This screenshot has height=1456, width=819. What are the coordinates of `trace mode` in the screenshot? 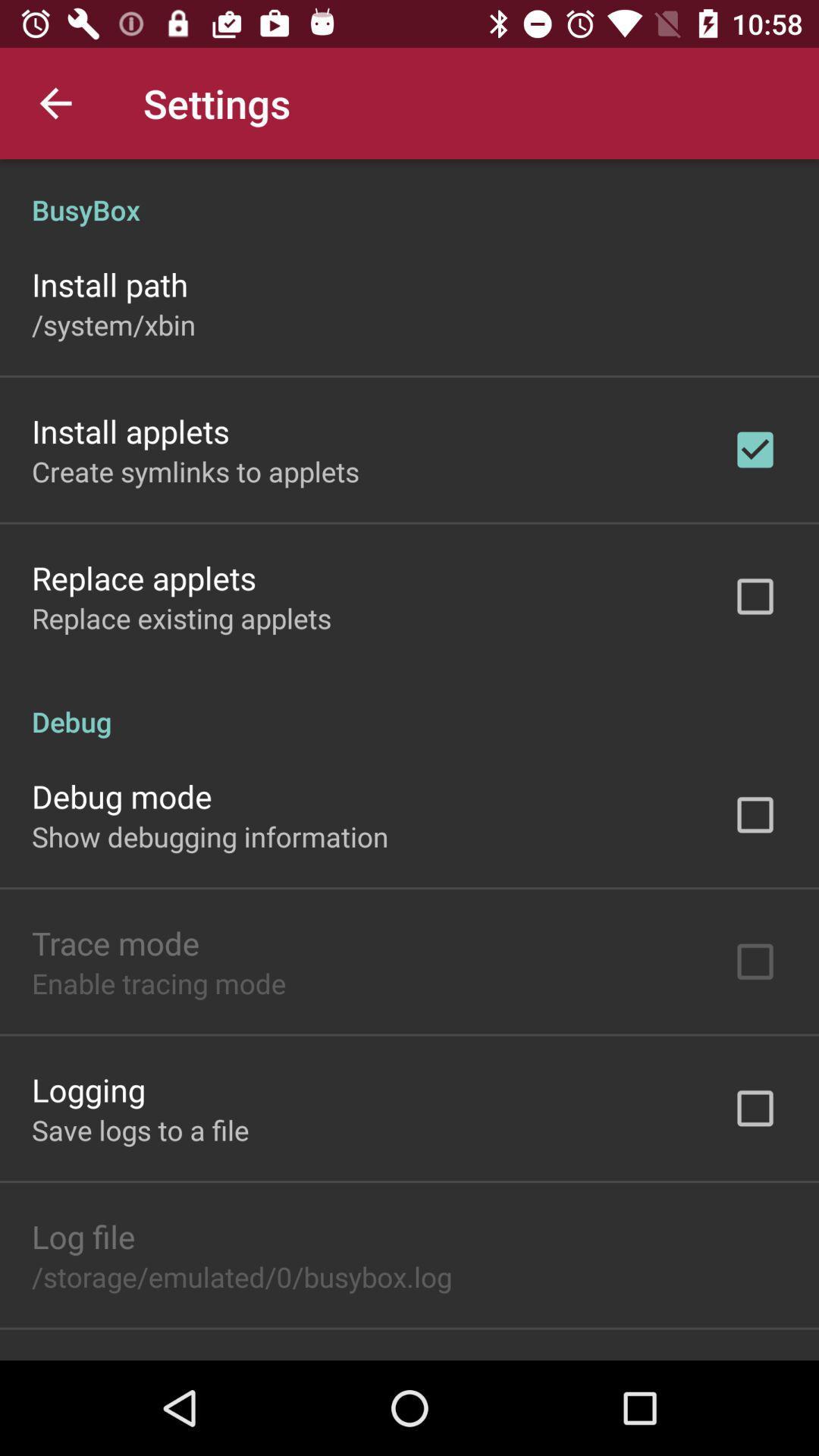 It's located at (115, 942).